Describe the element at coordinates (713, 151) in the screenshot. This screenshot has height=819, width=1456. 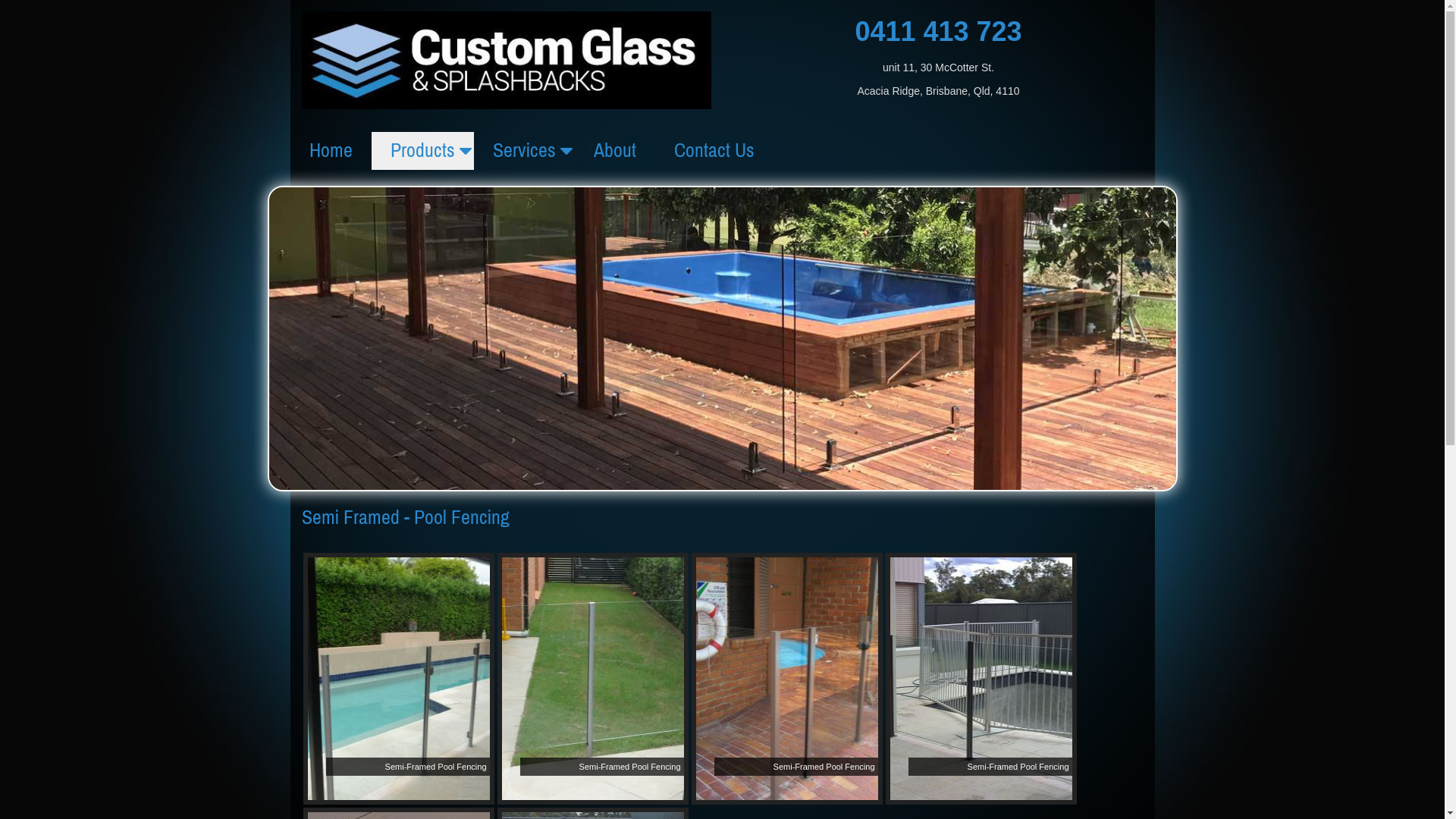
I see `'Contact Us'` at that location.